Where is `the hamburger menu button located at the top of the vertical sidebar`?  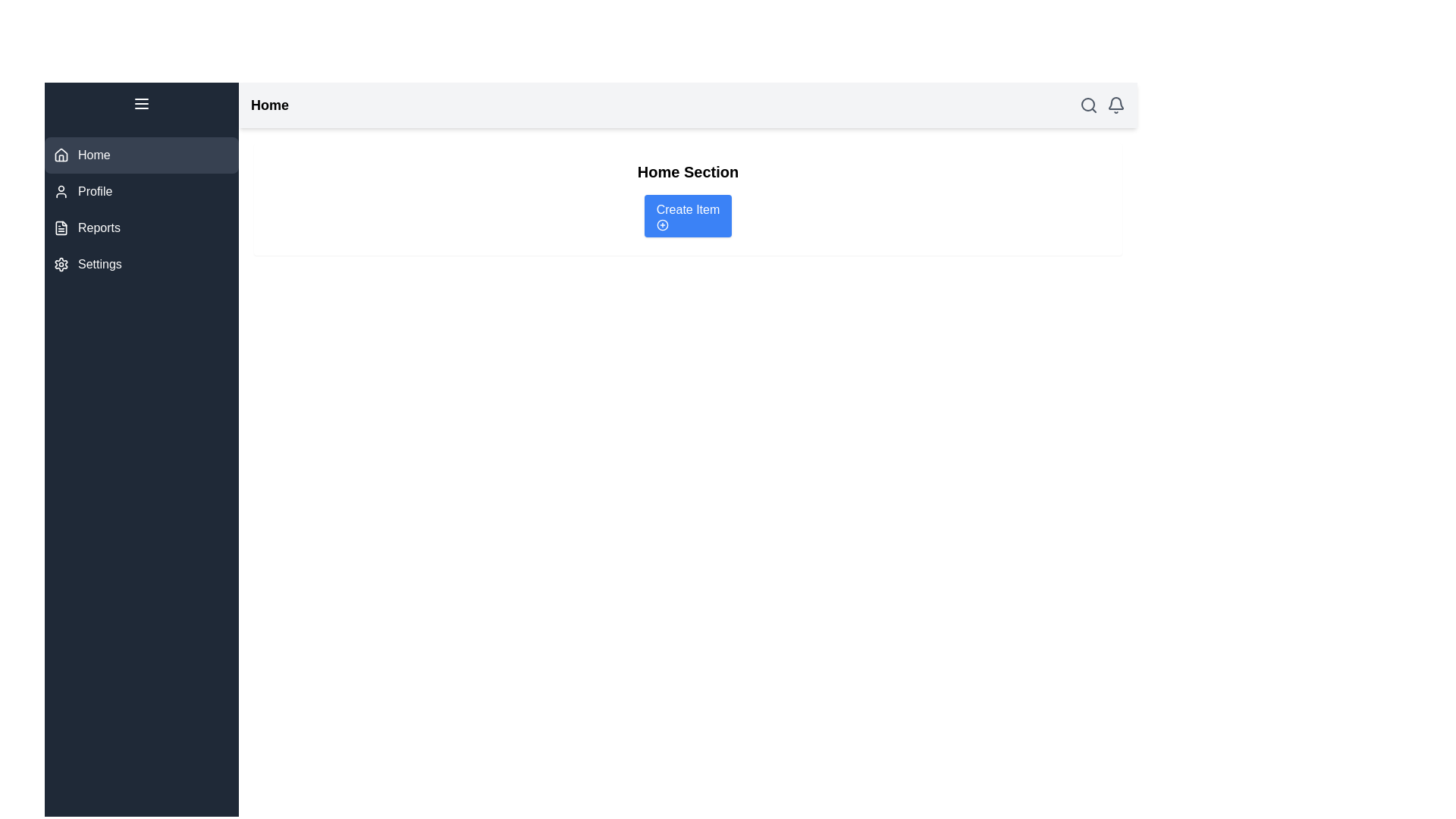 the hamburger menu button located at the top of the vertical sidebar is located at coordinates (142, 103).